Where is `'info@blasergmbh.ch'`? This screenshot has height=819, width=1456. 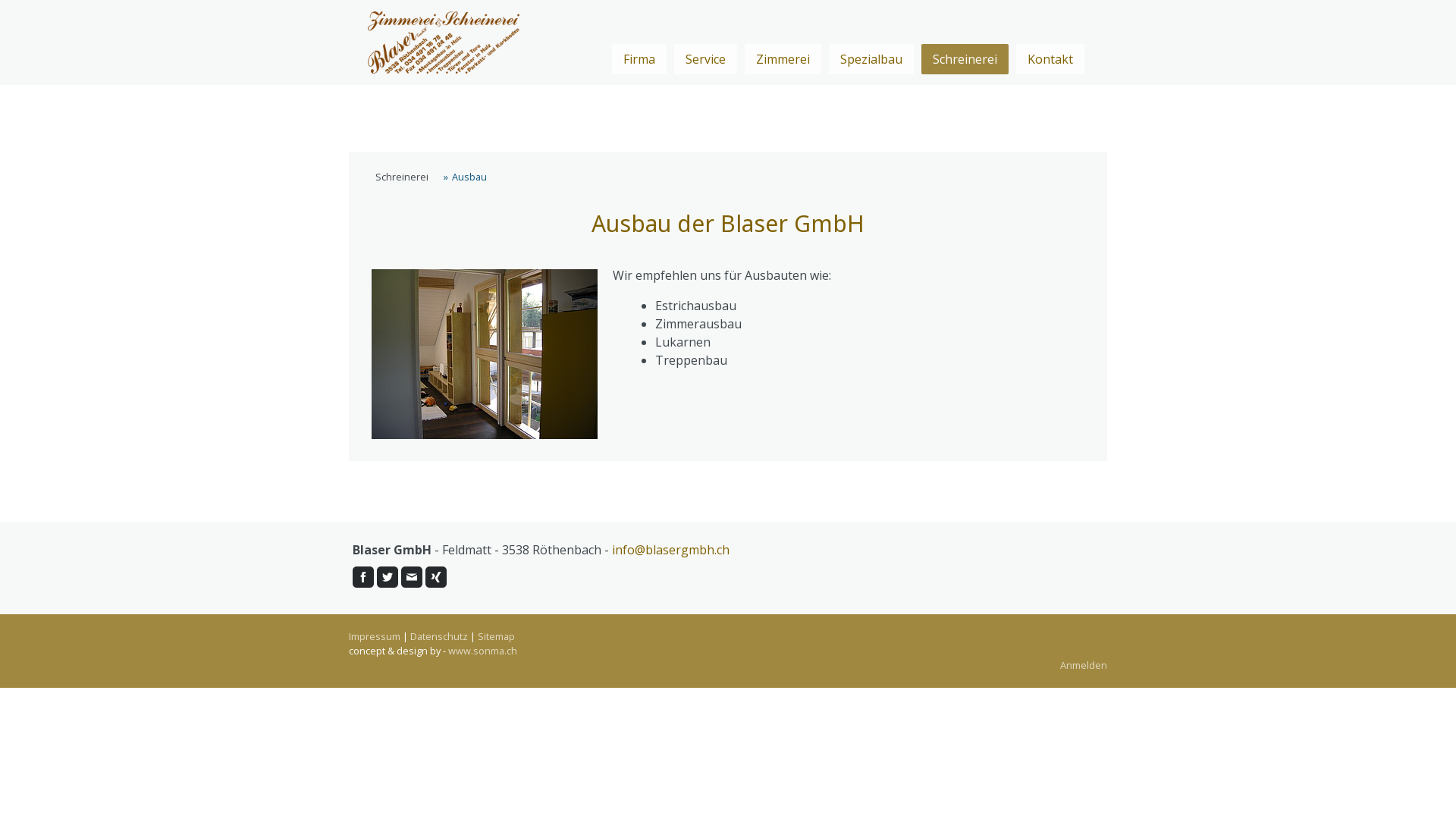
'info@blasergmbh.ch' is located at coordinates (670, 550).